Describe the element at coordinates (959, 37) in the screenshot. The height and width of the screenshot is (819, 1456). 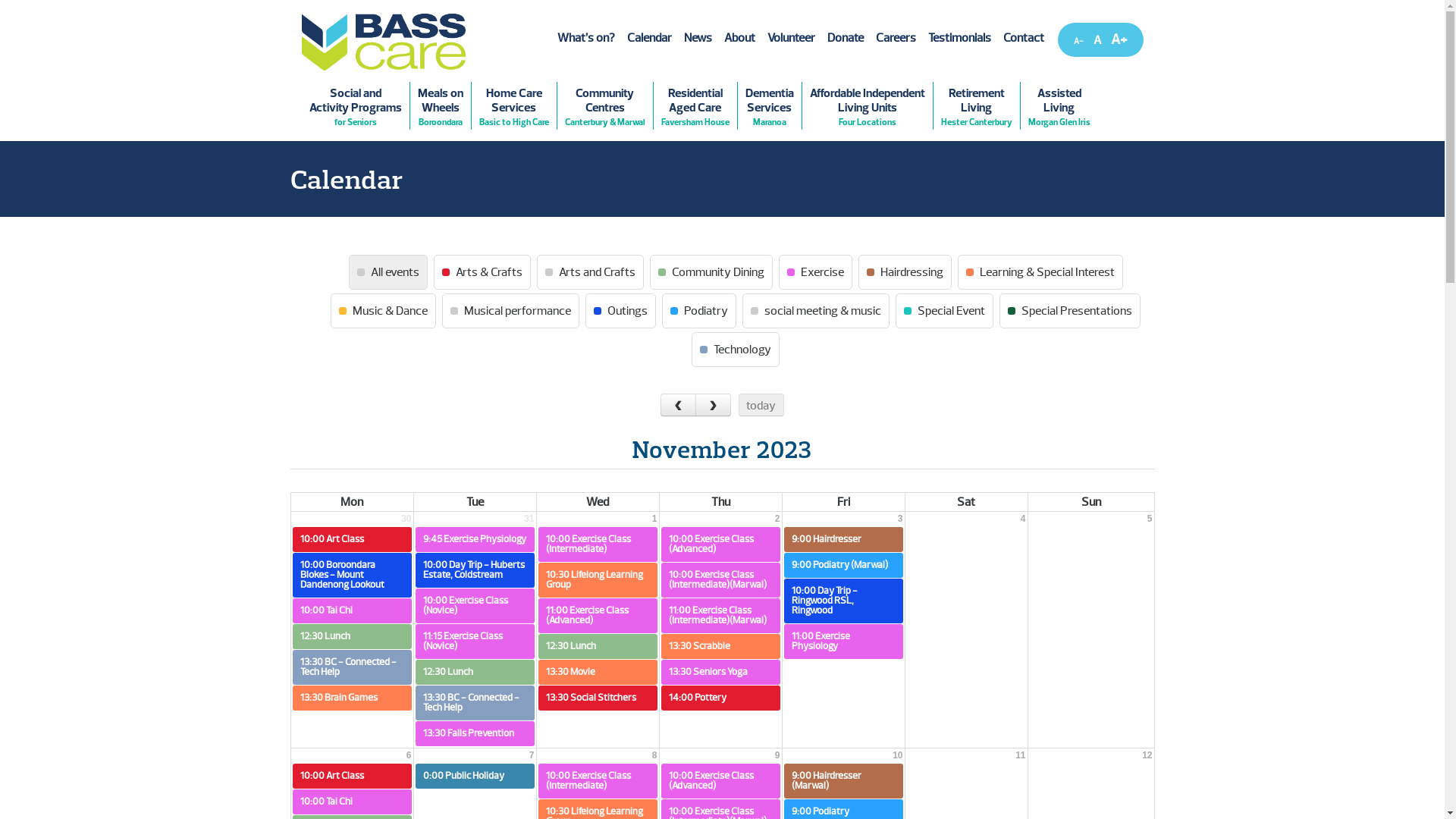
I see `'Testimonials'` at that location.